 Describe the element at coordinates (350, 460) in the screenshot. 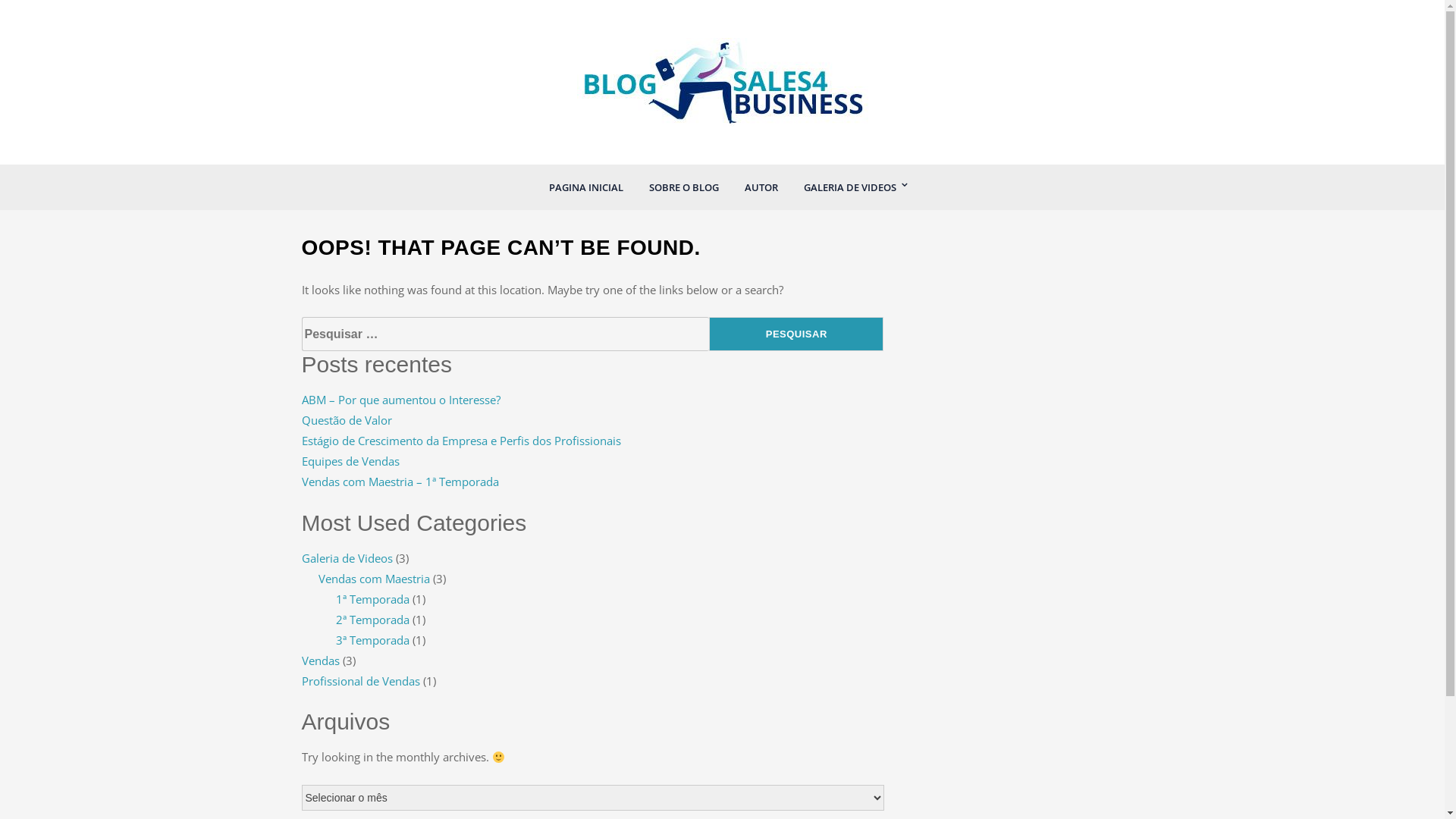

I see `'Equipes de Vendas'` at that location.